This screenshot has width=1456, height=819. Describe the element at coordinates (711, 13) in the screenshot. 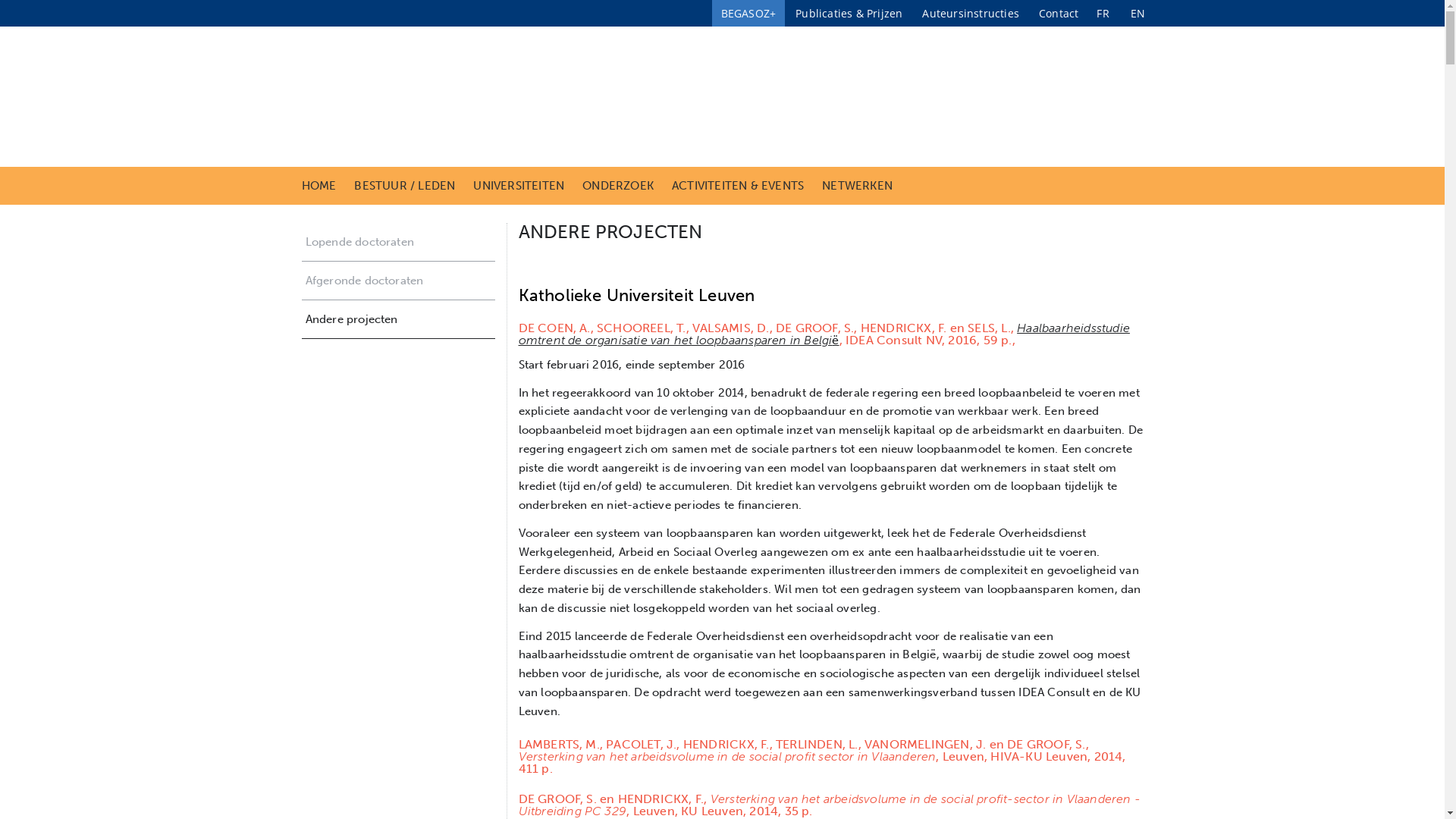

I see `'BEGASOZ+'` at that location.